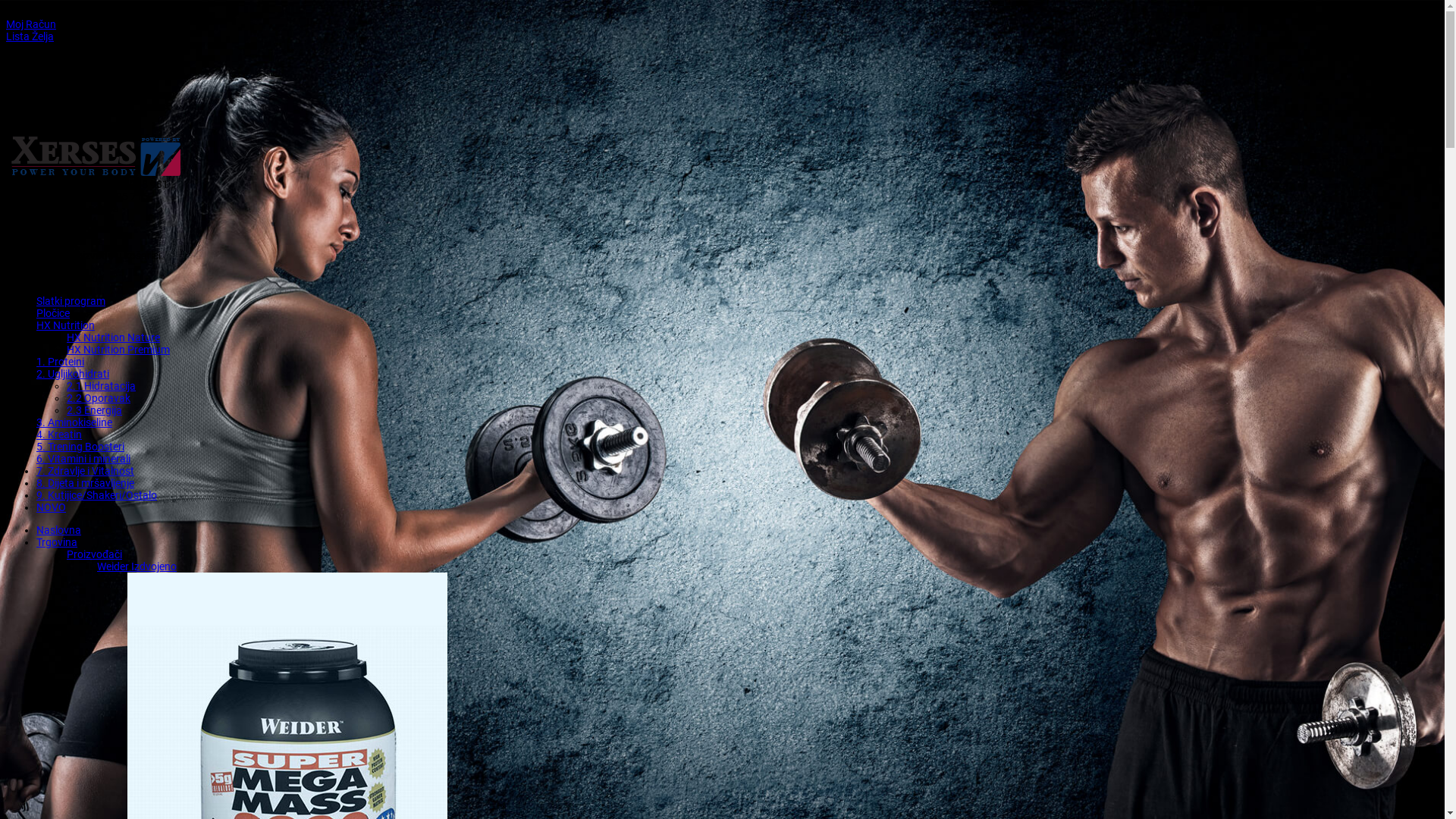 This screenshot has width=1456, height=819. Describe the element at coordinates (64, 324) in the screenshot. I see `'HX Nutrition'` at that location.